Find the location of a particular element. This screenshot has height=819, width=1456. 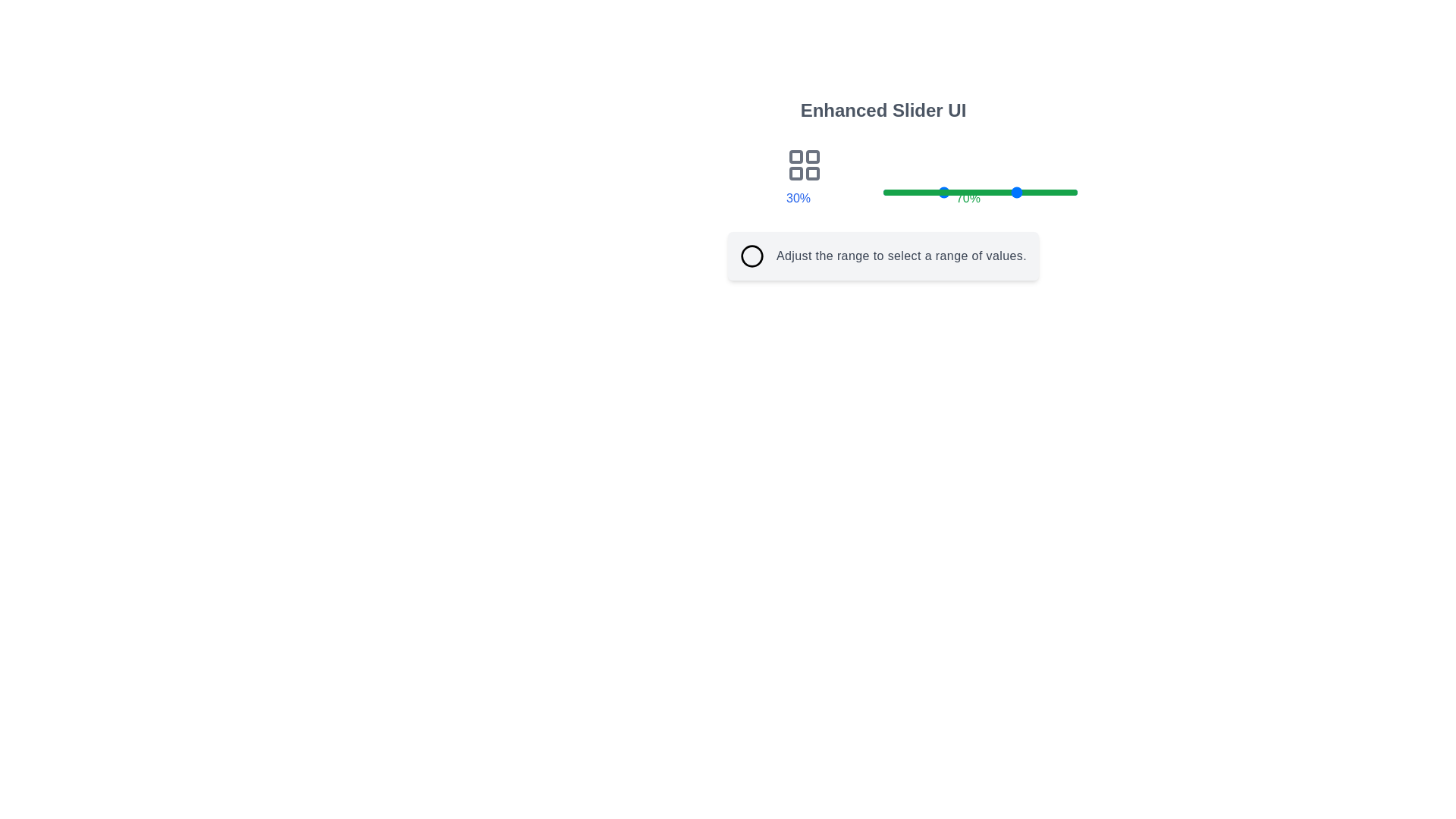

the right slider to set the upper range value to 91% is located at coordinates (1059, 192).